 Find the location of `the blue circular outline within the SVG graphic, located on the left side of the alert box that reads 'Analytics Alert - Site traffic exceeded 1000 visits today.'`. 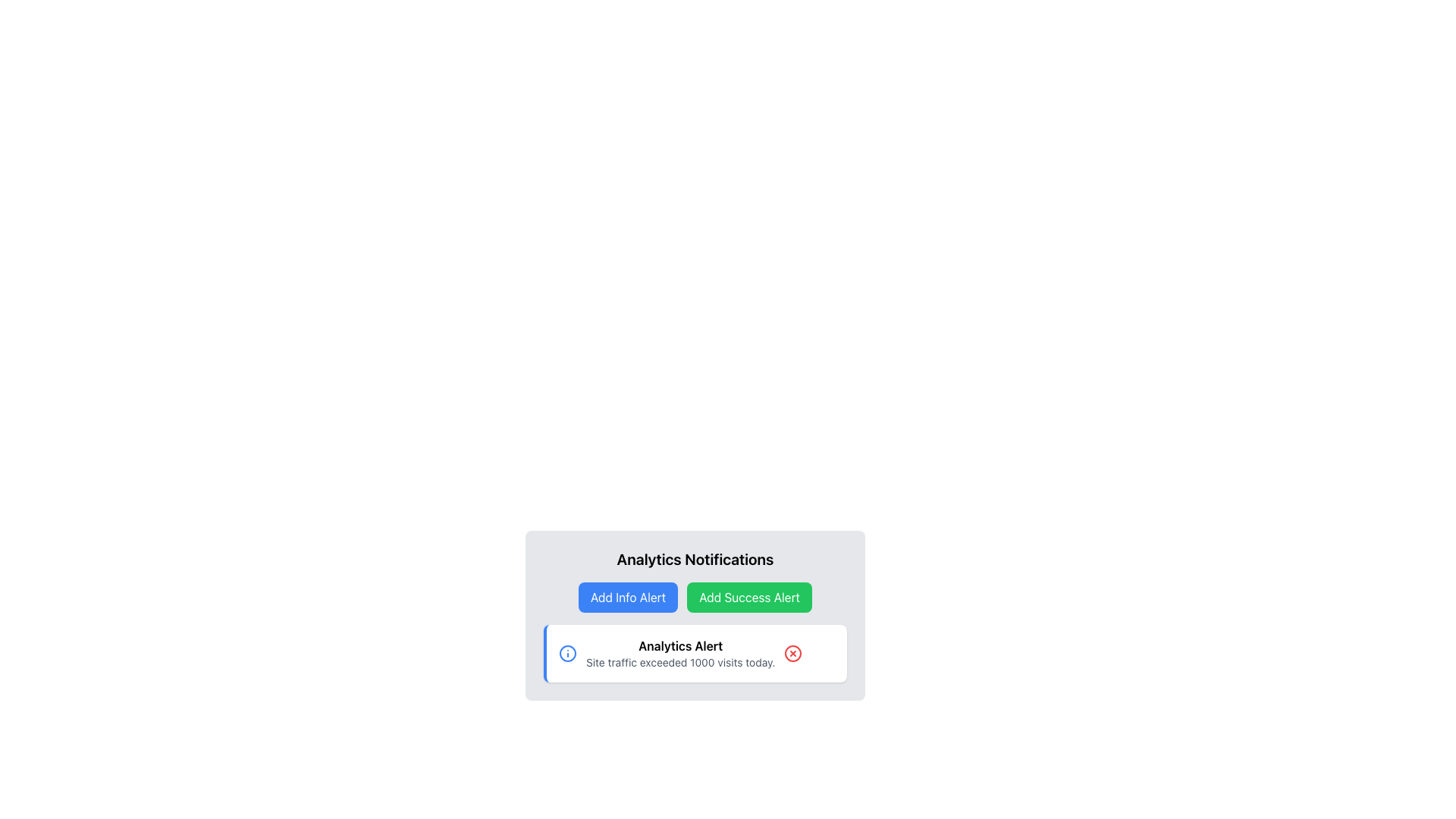

the blue circular outline within the SVG graphic, located on the left side of the alert box that reads 'Analytics Alert - Site traffic exceeded 1000 visits today.' is located at coordinates (566, 652).